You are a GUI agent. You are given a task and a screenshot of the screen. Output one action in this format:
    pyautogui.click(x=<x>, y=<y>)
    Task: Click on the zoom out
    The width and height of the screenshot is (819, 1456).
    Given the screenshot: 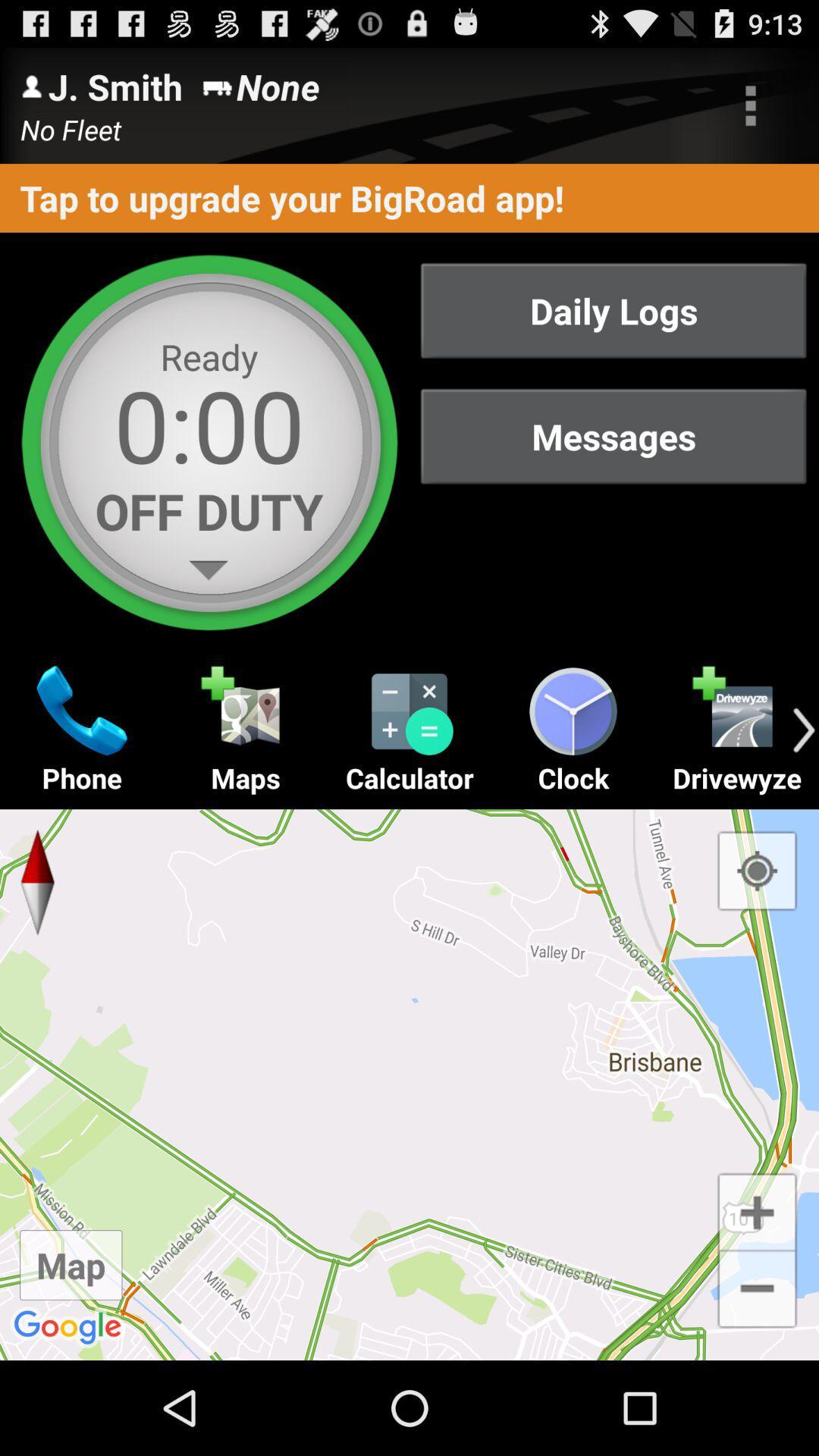 What is the action you would take?
    pyautogui.click(x=757, y=1289)
    